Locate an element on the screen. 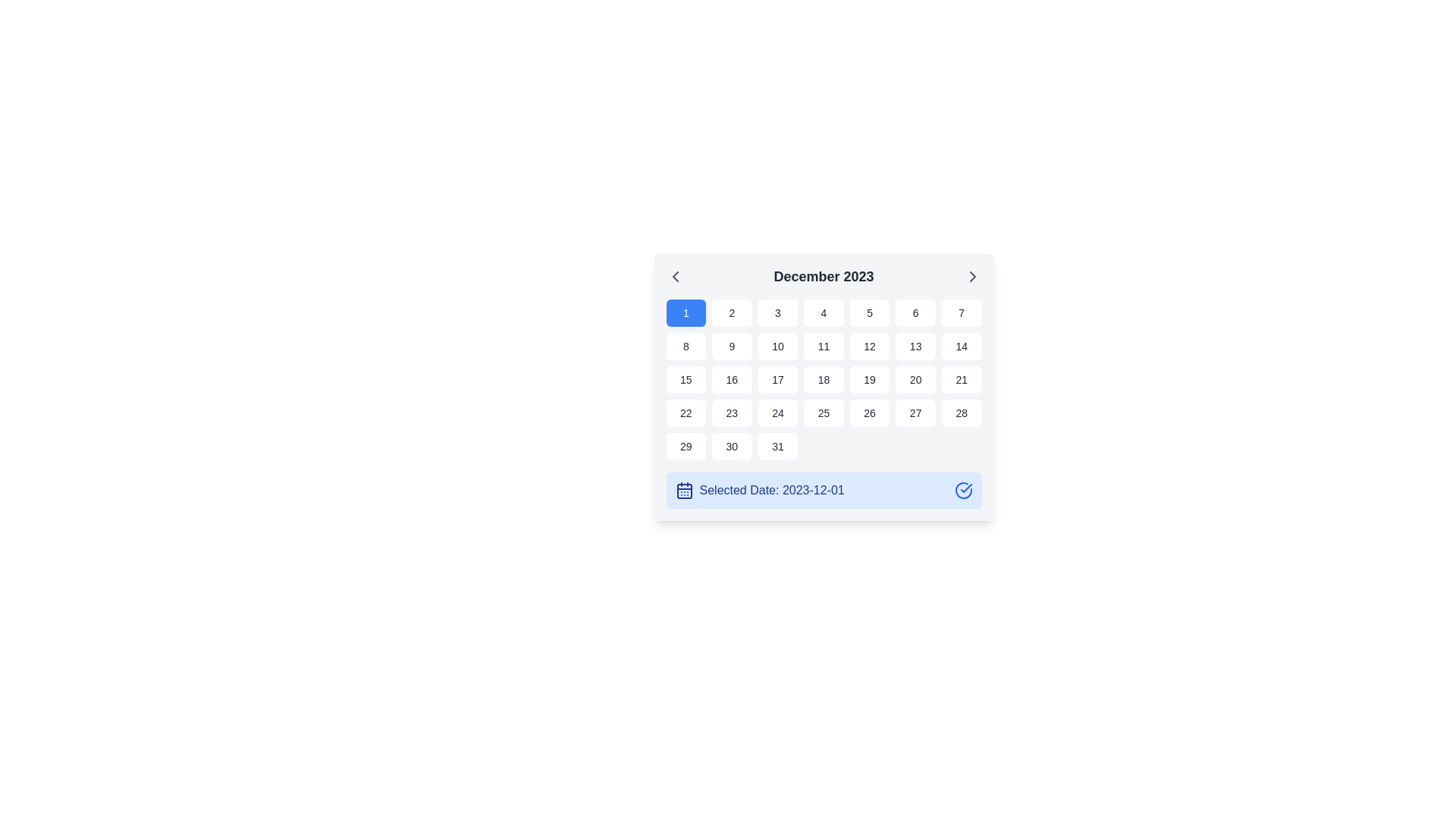 This screenshot has width=1456, height=819. the interactive day selector button located in the third row and third column of the calendar grid is located at coordinates (777, 379).